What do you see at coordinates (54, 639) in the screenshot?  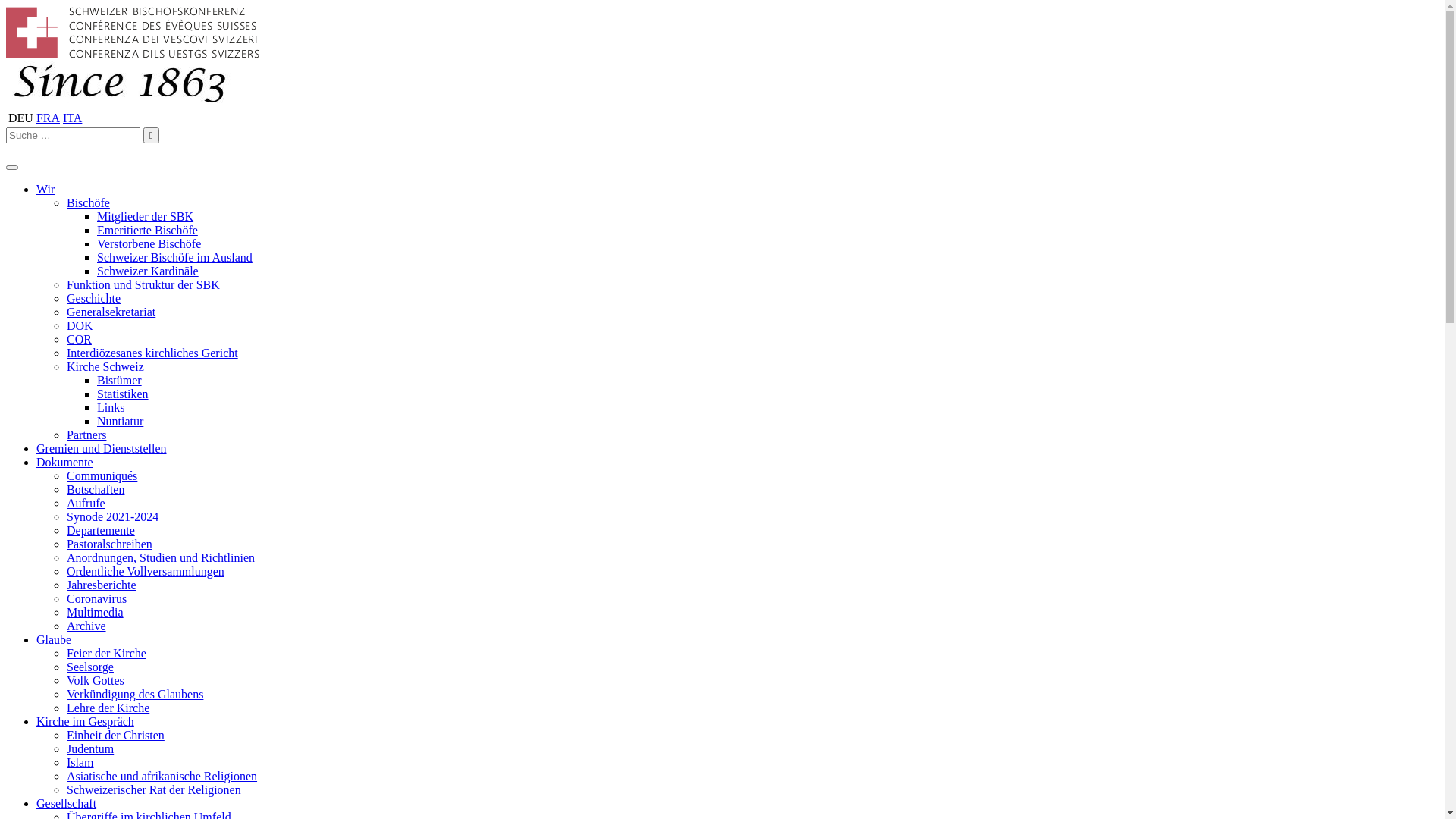 I see `'Glaube'` at bounding box center [54, 639].